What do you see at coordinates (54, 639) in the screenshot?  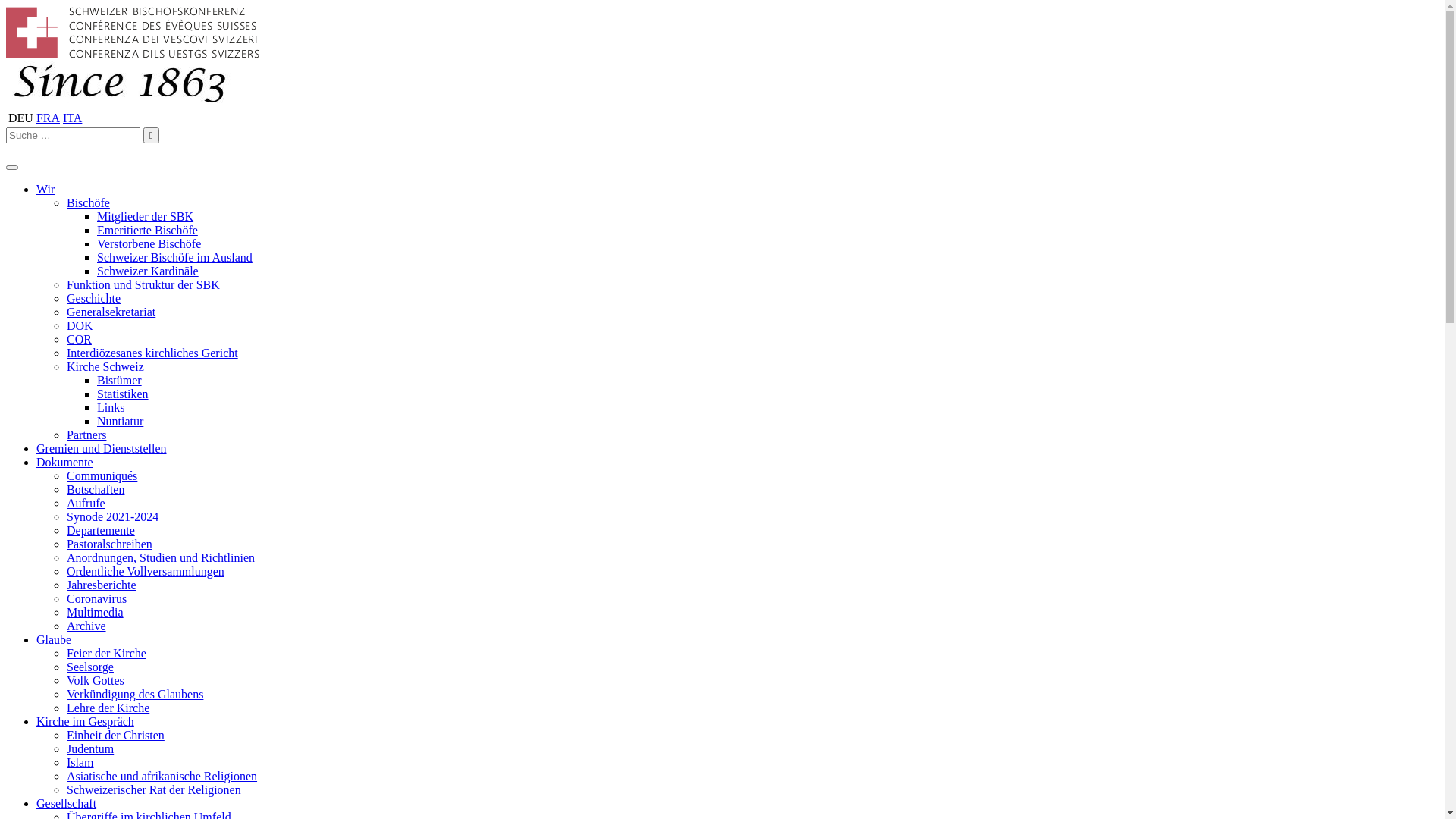 I see `'Glaube'` at bounding box center [54, 639].